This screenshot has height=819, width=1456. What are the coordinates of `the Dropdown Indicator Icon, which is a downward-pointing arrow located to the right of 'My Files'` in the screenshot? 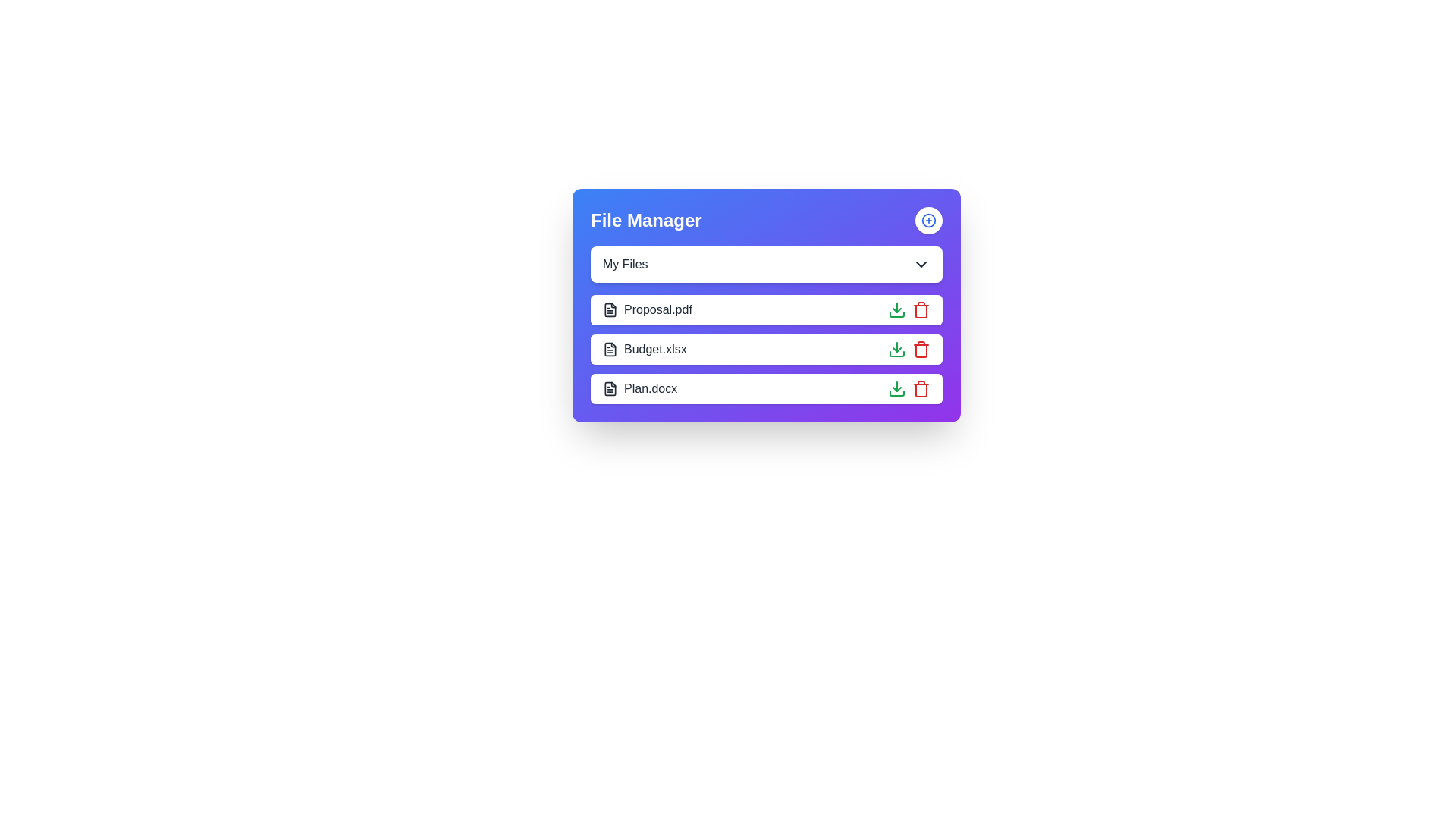 It's located at (920, 263).